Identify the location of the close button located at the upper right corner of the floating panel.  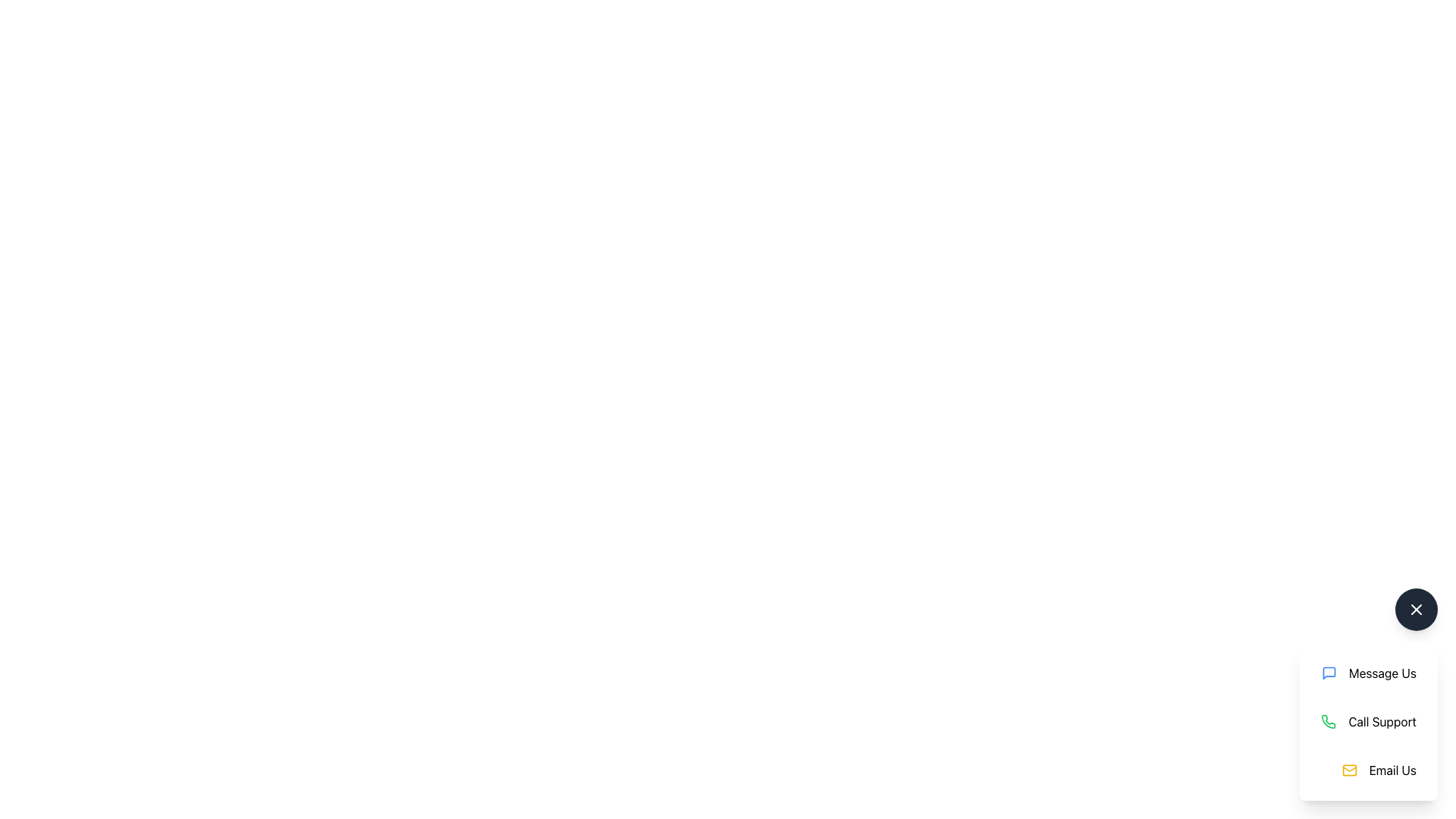
(1415, 608).